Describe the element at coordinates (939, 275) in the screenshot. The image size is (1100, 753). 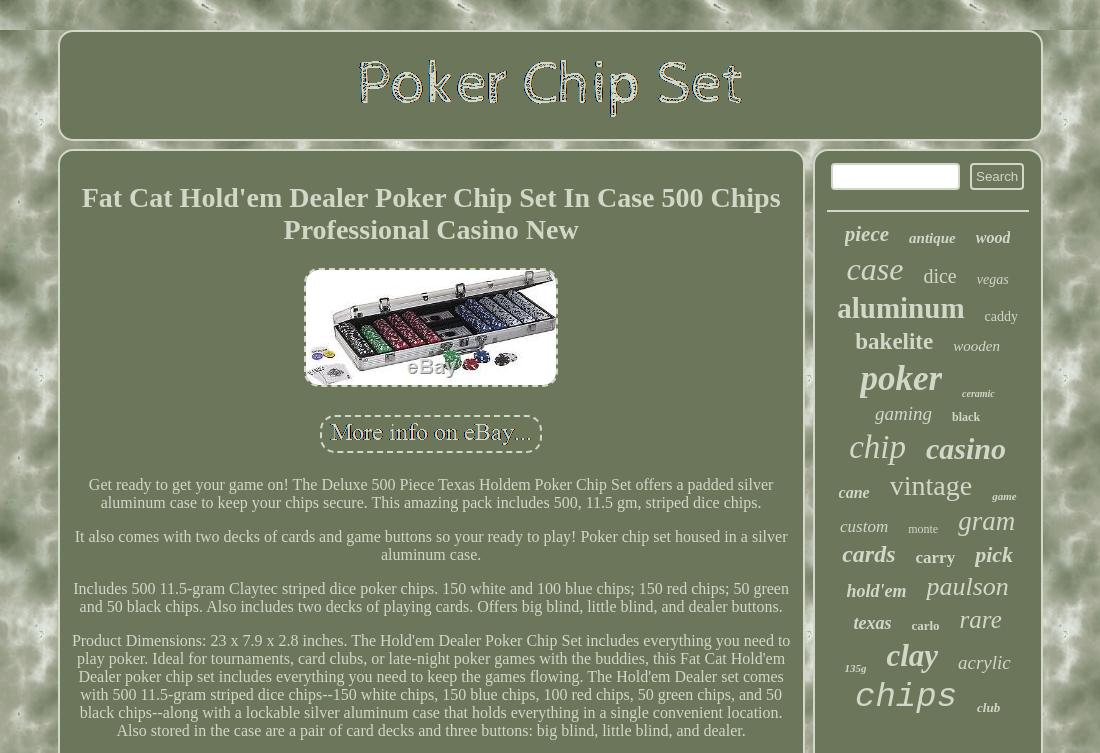
I see `'dice'` at that location.